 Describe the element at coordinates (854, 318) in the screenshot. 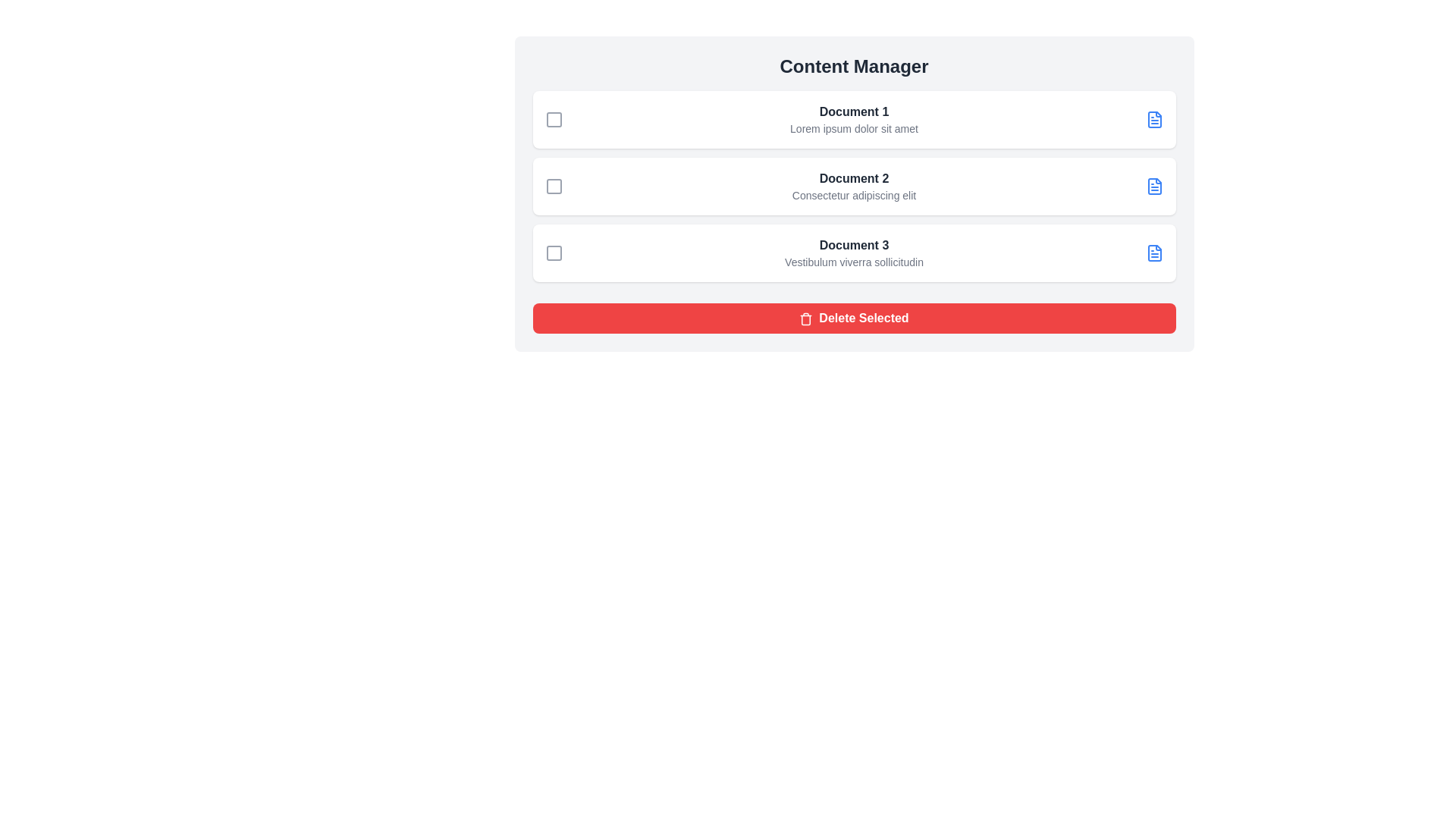

I see `the 'Delete Selected' button to delete all selected documents` at that location.